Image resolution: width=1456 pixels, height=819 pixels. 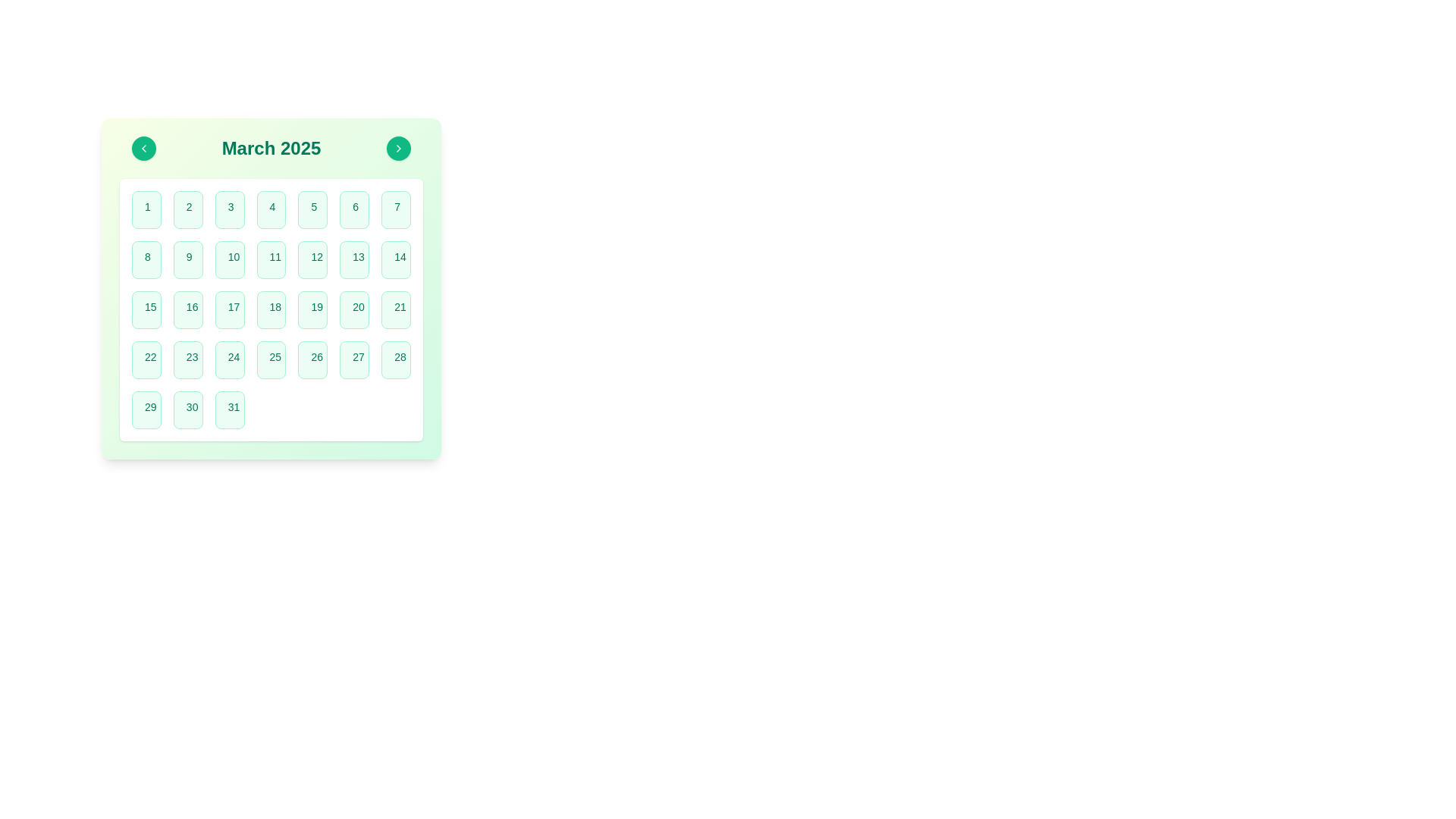 What do you see at coordinates (146, 409) in the screenshot?
I see `the static calendar date cell representing the 29th day of March 2025, located in the last row and first column of the calendar grid` at bounding box center [146, 409].